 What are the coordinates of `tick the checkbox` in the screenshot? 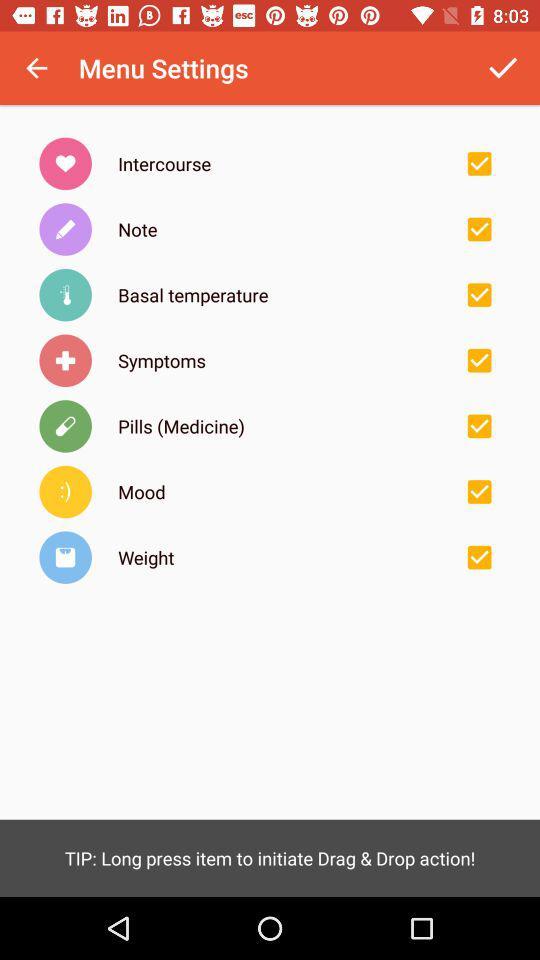 It's located at (478, 426).